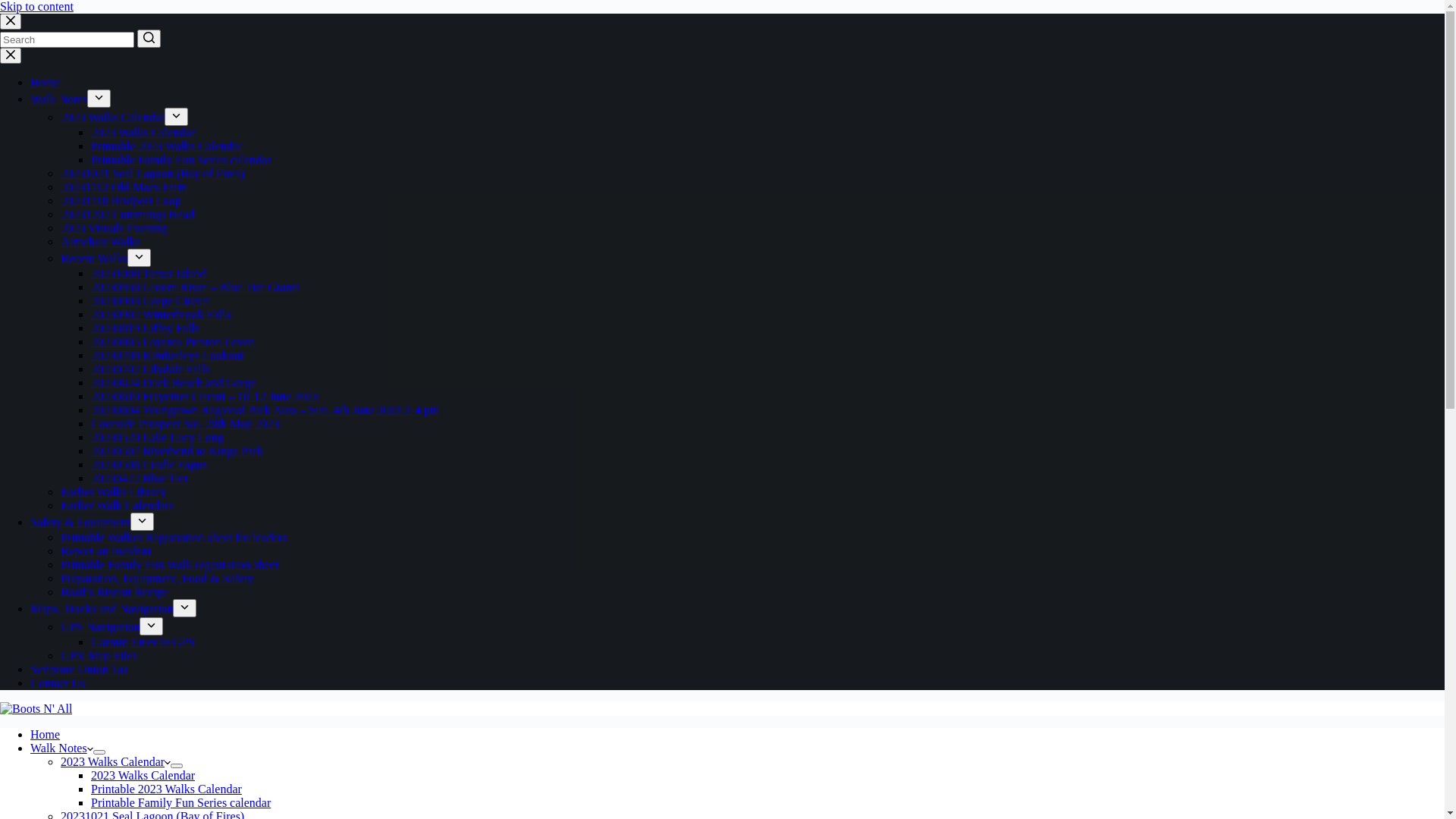 The width and height of the screenshot is (1456, 819). What do you see at coordinates (143, 131) in the screenshot?
I see `'2023 Walks Calendar'` at bounding box center [143, 131].